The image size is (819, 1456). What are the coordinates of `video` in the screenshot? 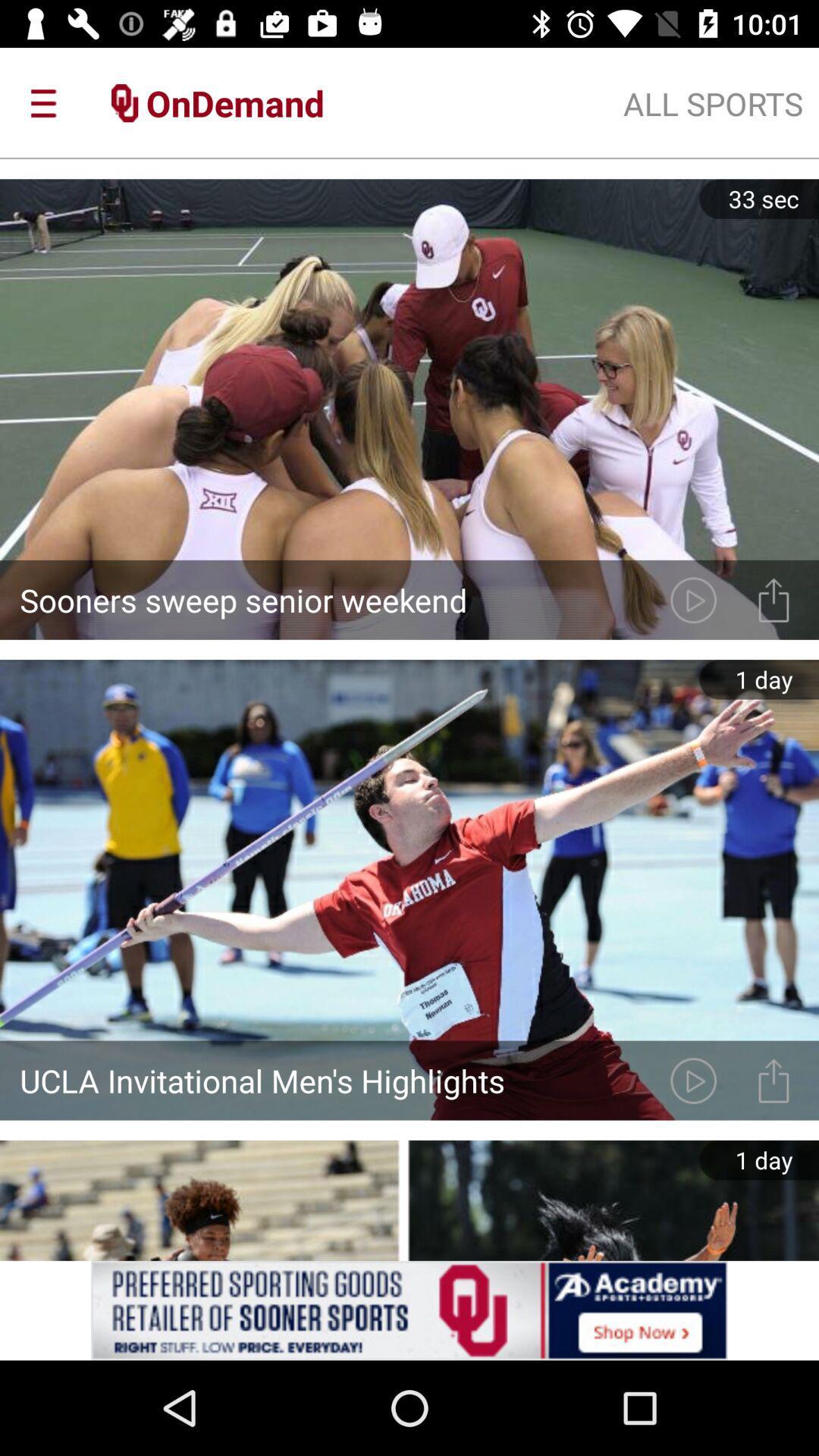 It's located at (693, 599).